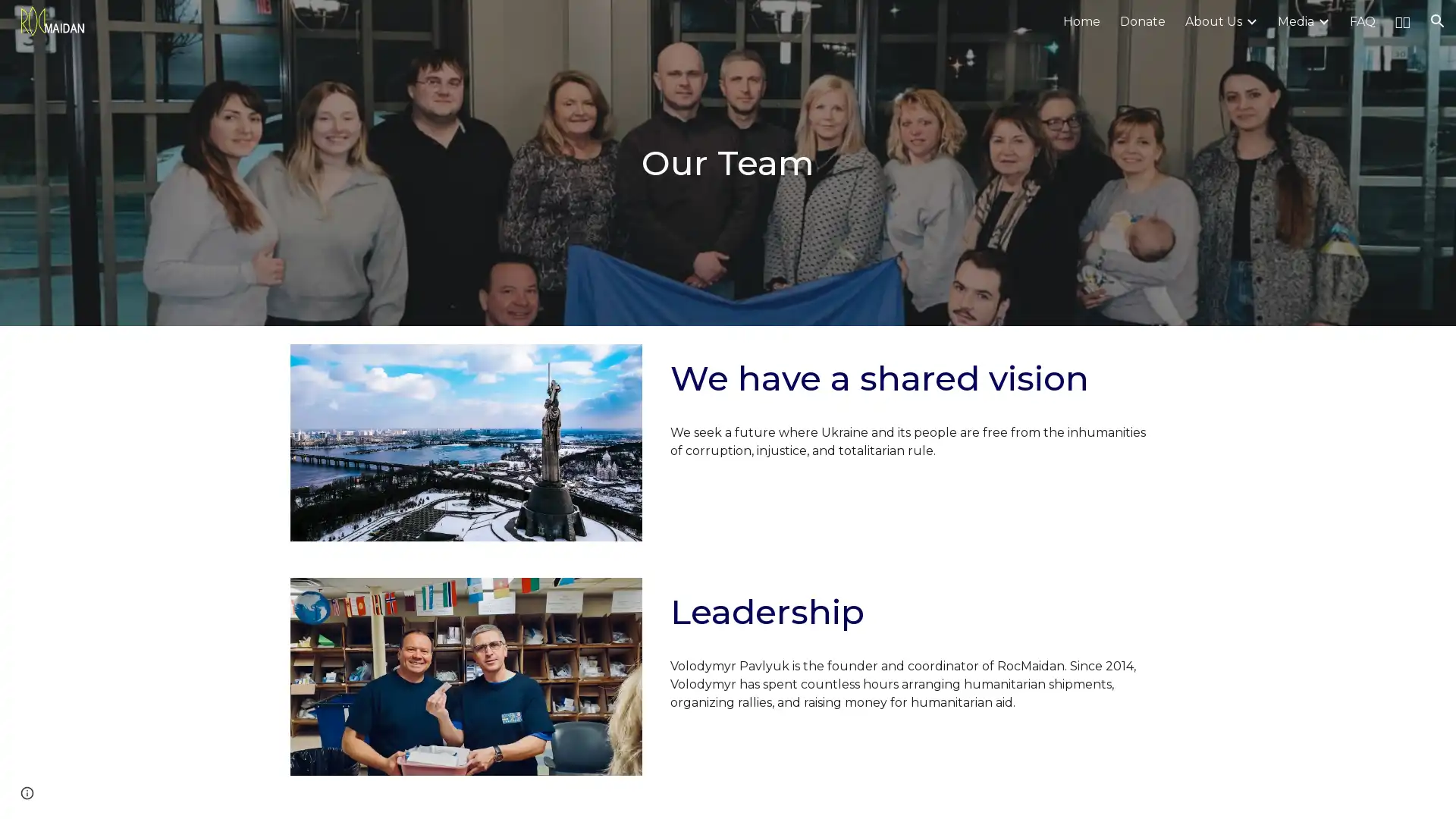  I want to click on Site actions, so click(27, 792).